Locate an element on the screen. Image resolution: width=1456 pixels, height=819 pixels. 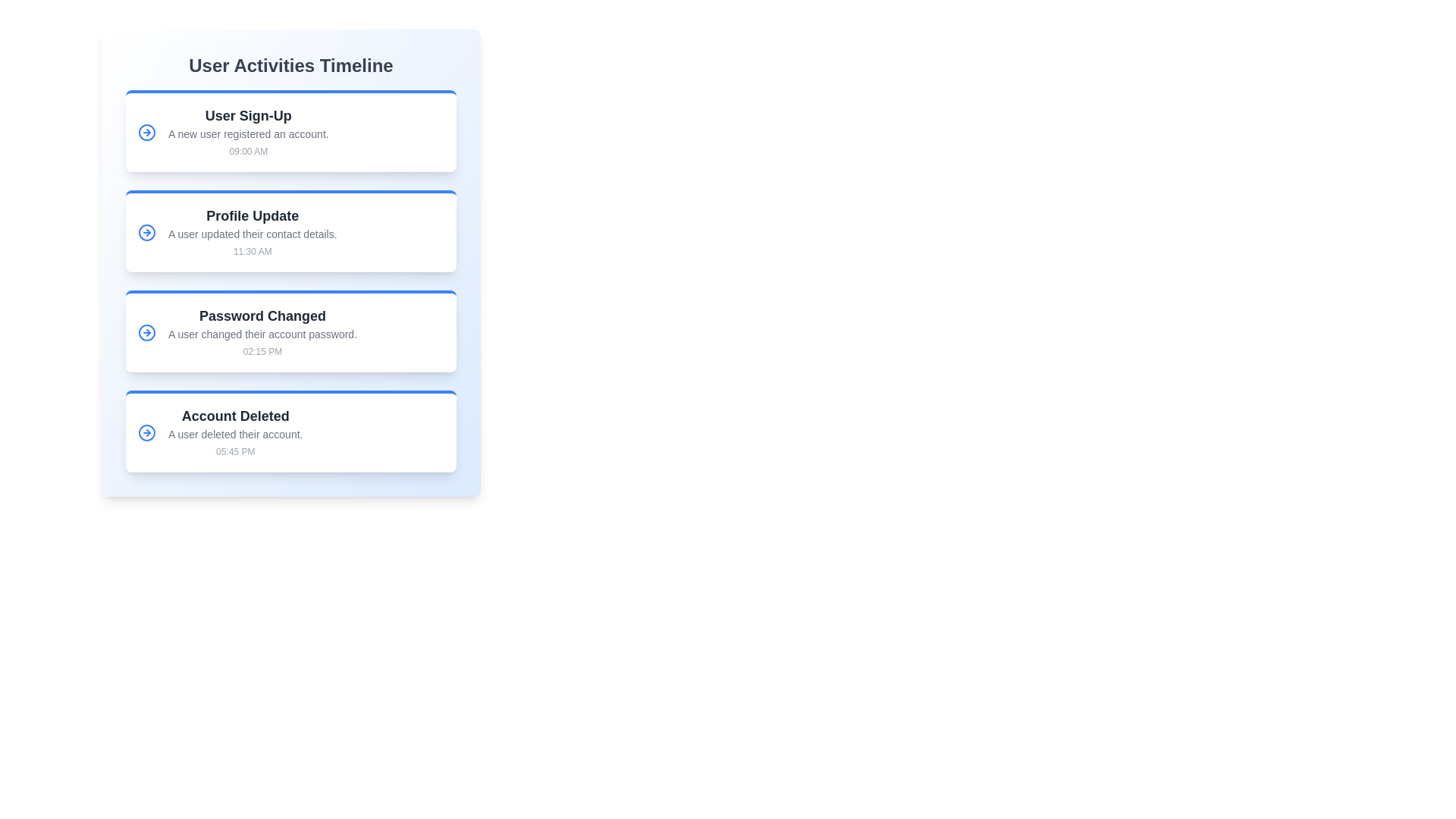
the circular icon that is part of the 'Password Changed' card, located within the larger 'circle arrow right' icon is located at coordinates (146, 332).